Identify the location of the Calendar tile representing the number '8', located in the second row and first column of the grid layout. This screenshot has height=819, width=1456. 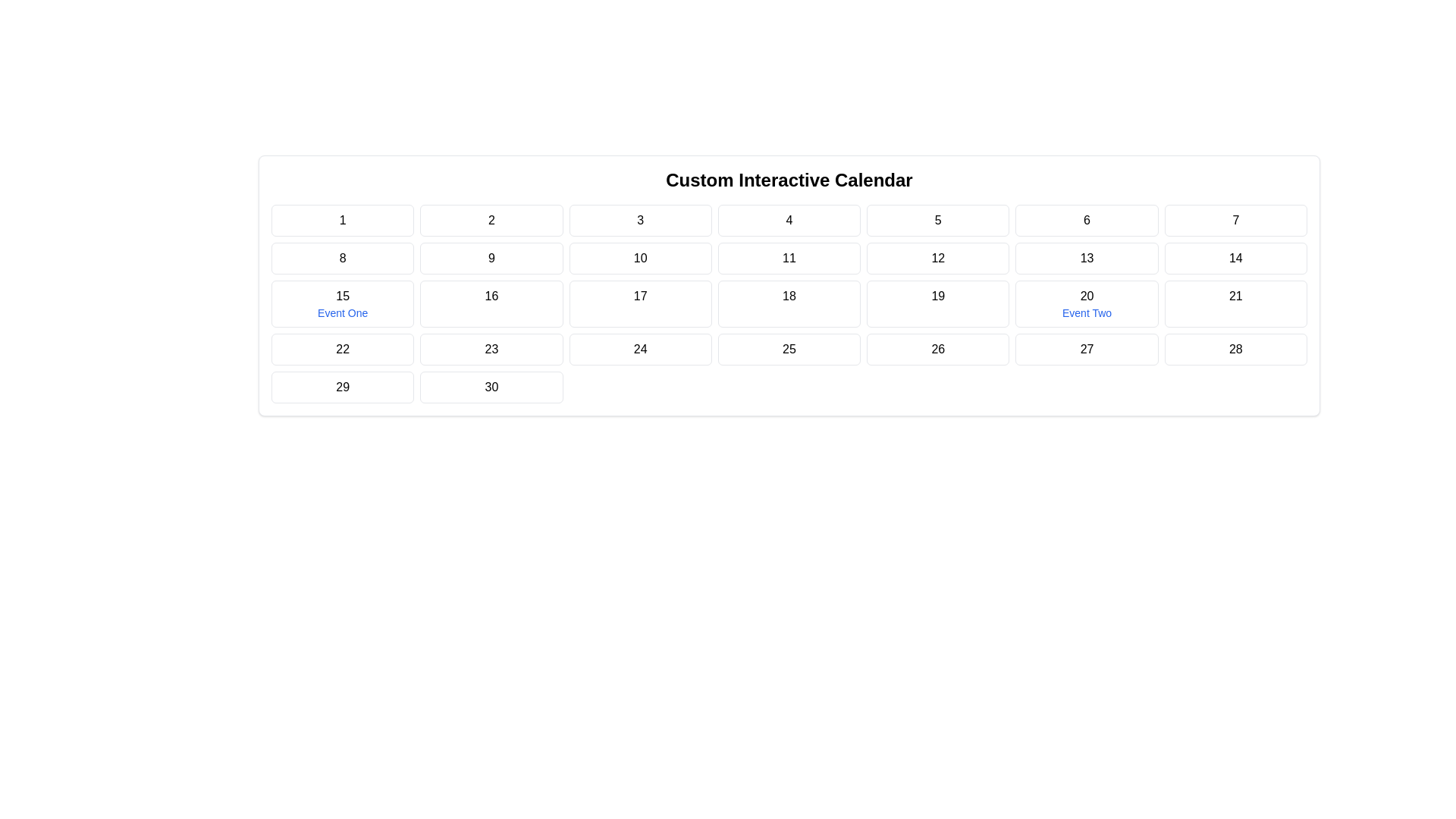
(342, 257).